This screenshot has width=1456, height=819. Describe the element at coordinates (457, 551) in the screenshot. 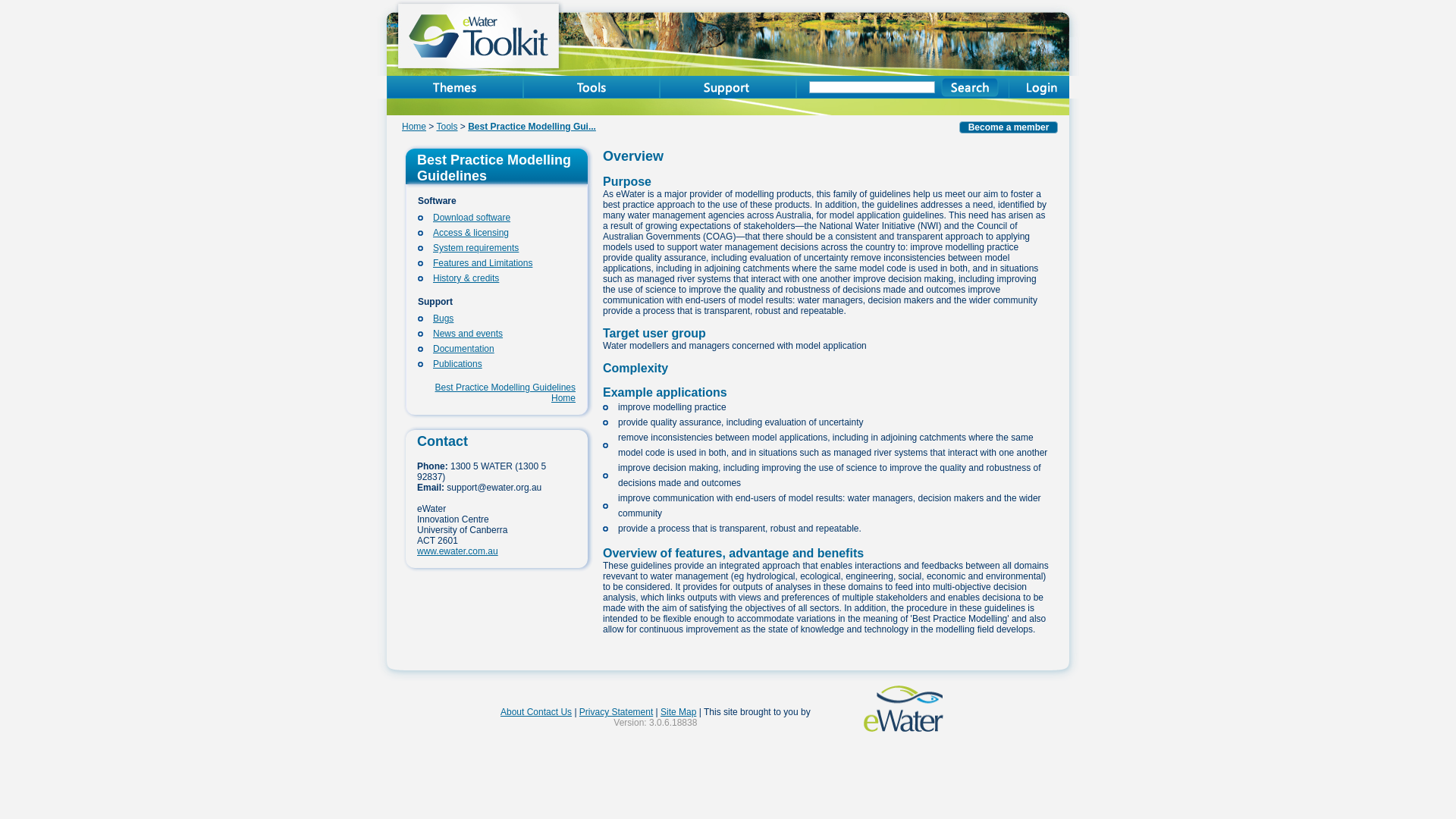

I see `'www.ewater.com.au'` at that location.